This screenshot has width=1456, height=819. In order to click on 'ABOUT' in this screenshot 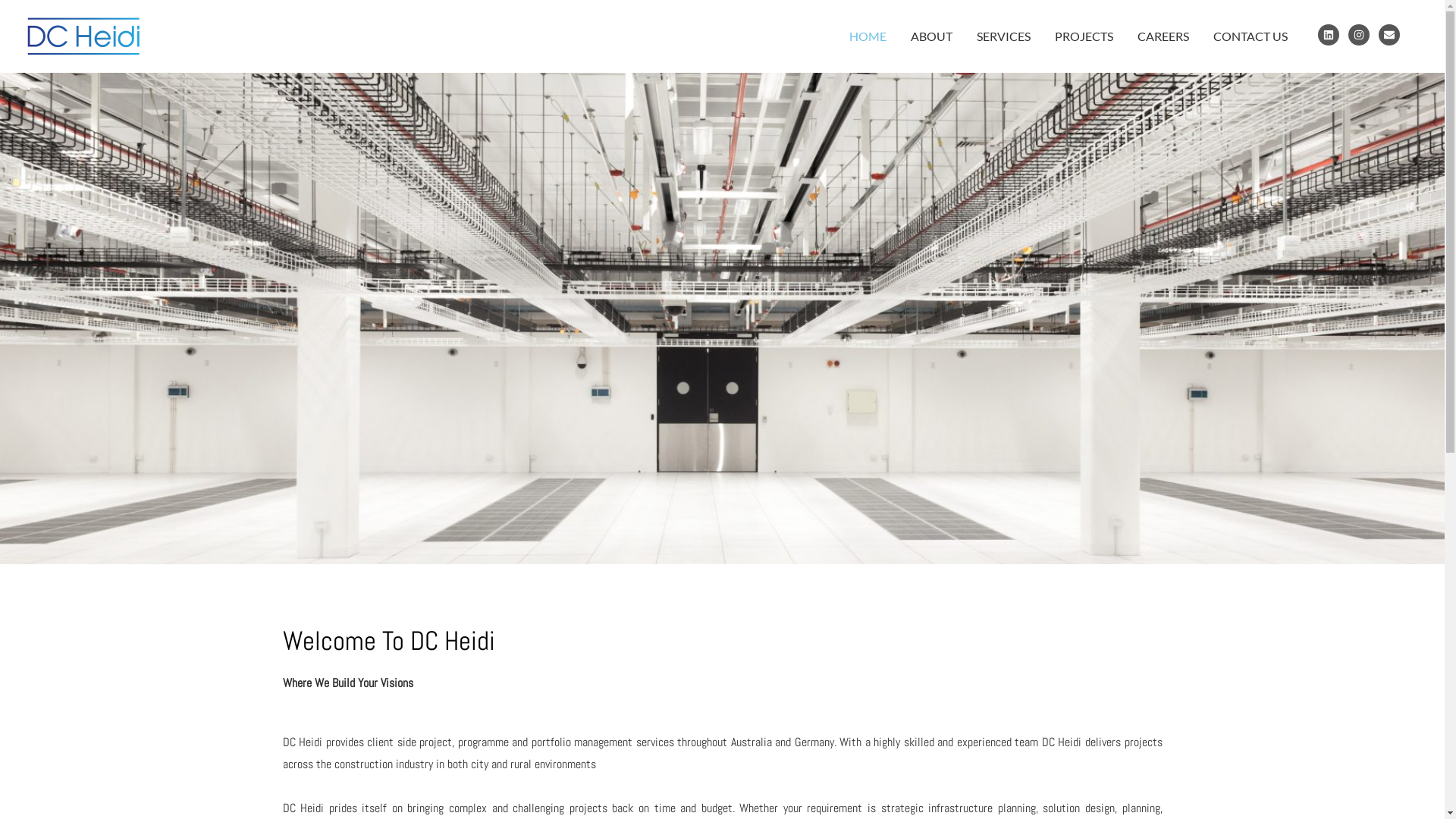, I will do `click(899, 35)`.